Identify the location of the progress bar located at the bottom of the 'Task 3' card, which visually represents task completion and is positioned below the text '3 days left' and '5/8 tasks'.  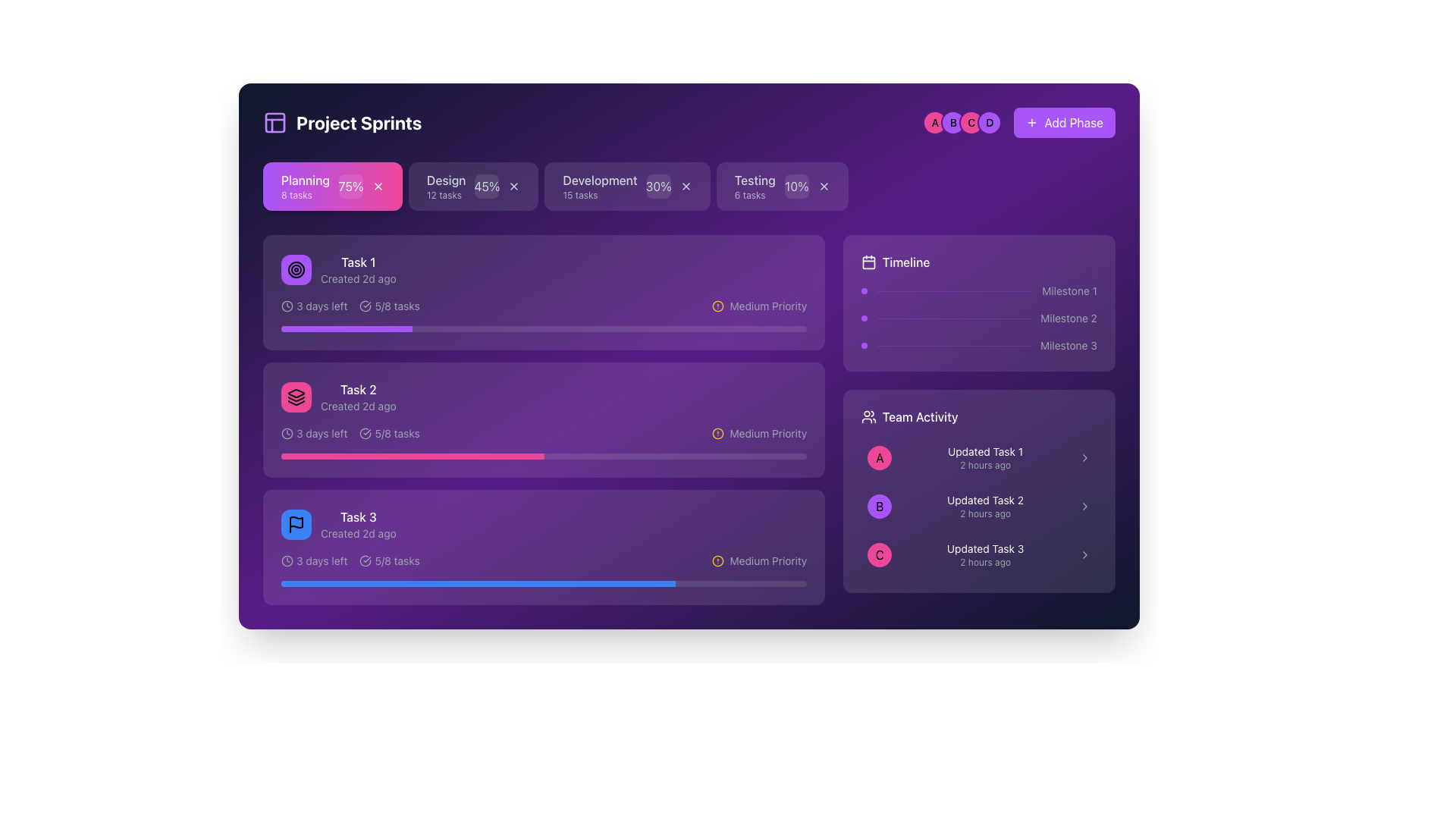
(544, 583).